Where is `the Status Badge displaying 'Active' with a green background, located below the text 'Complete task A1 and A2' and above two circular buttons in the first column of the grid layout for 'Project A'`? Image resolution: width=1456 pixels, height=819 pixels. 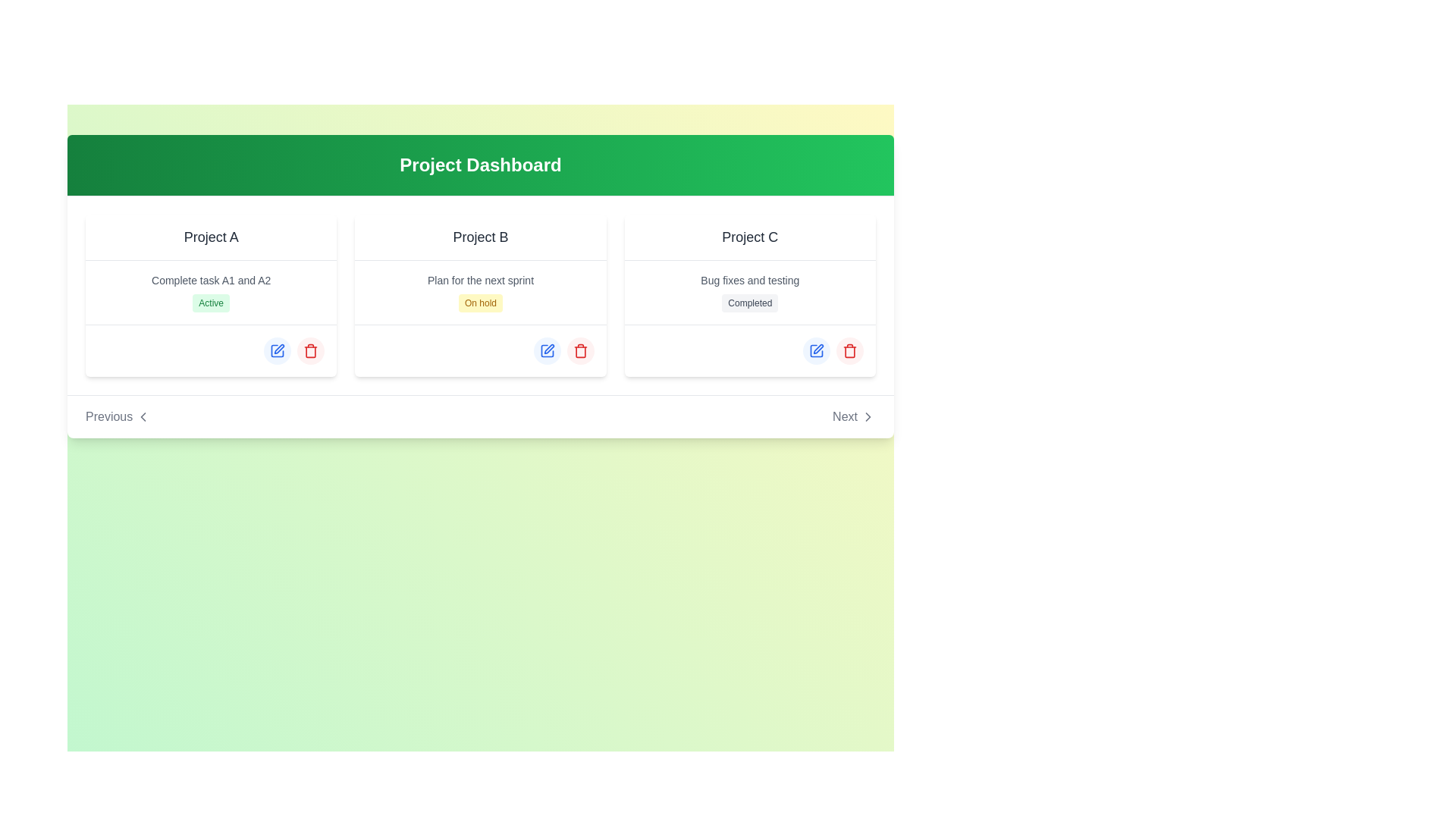 the Status Badge displaying 'Active' with a green background, located below the text 'Complete task A1 and A2' and above two circular buttons in the first column of the grid layout for 'Project A' is located at coordinates (210, 295).